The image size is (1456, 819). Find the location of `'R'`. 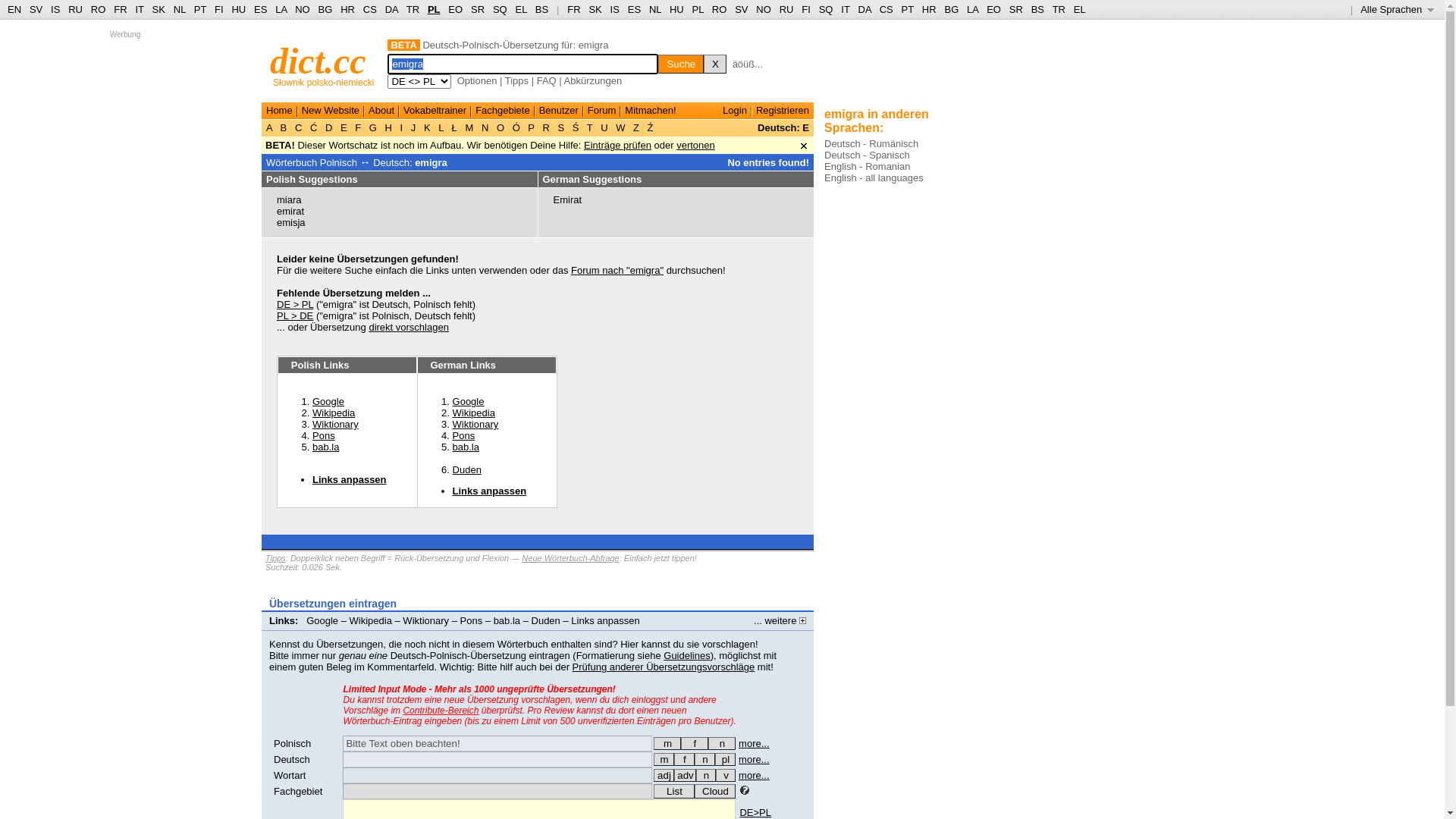

'R' is located at coordinates (546, 127).